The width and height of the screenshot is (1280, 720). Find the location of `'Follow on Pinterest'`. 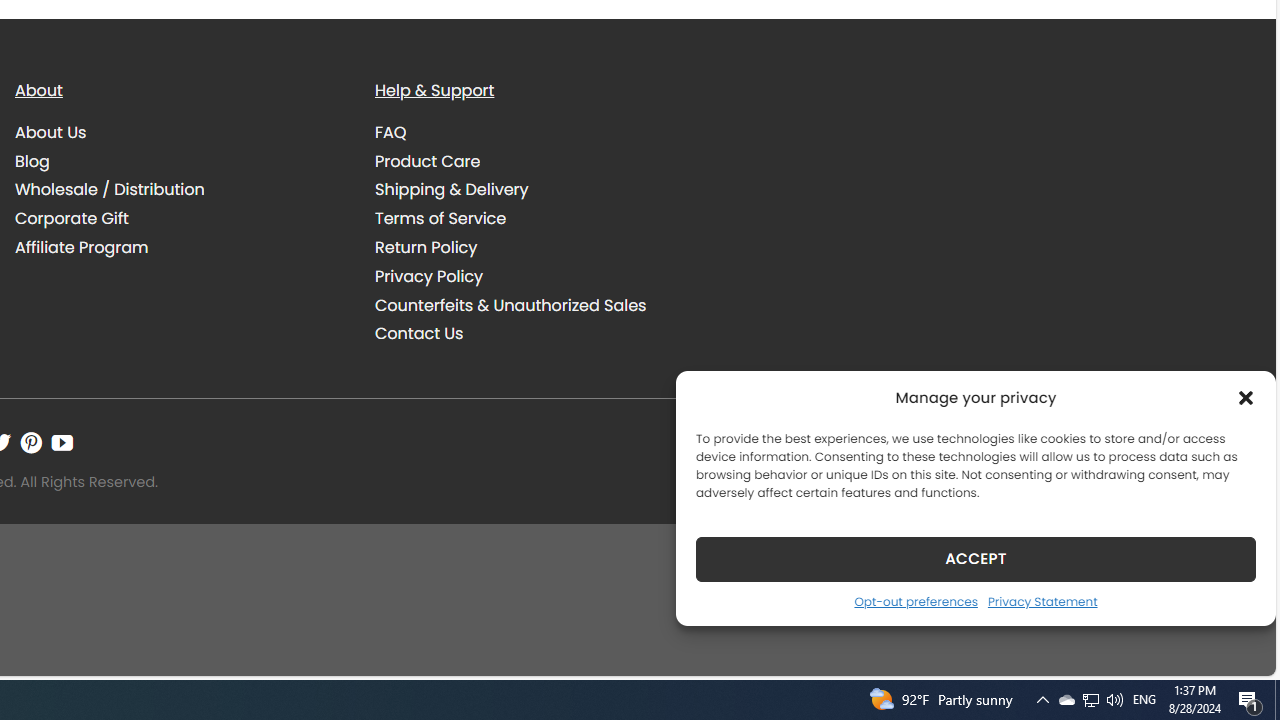

'Follow on Pinterest' is located at coordinates (31, 441).